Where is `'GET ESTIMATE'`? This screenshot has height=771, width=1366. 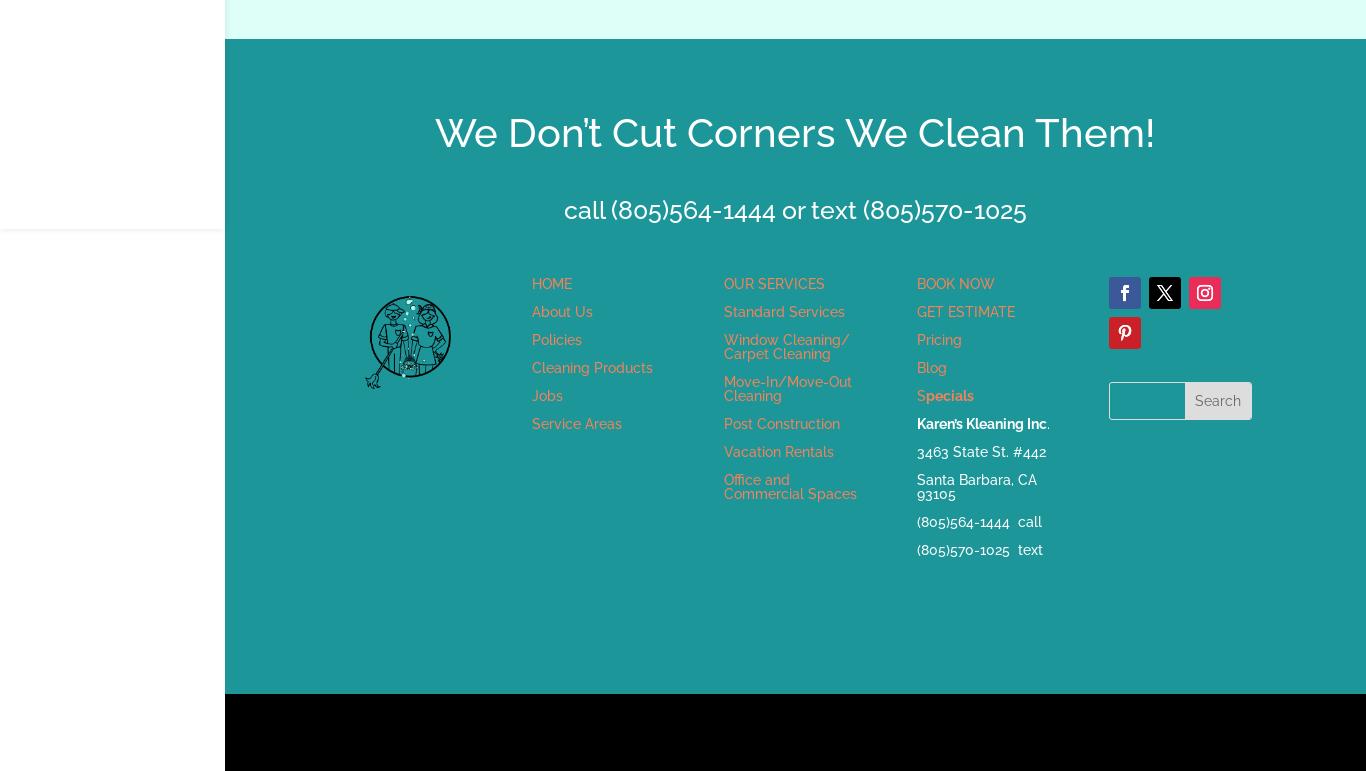
'GET ESTIMATE' is located at coordinates (964, 311).